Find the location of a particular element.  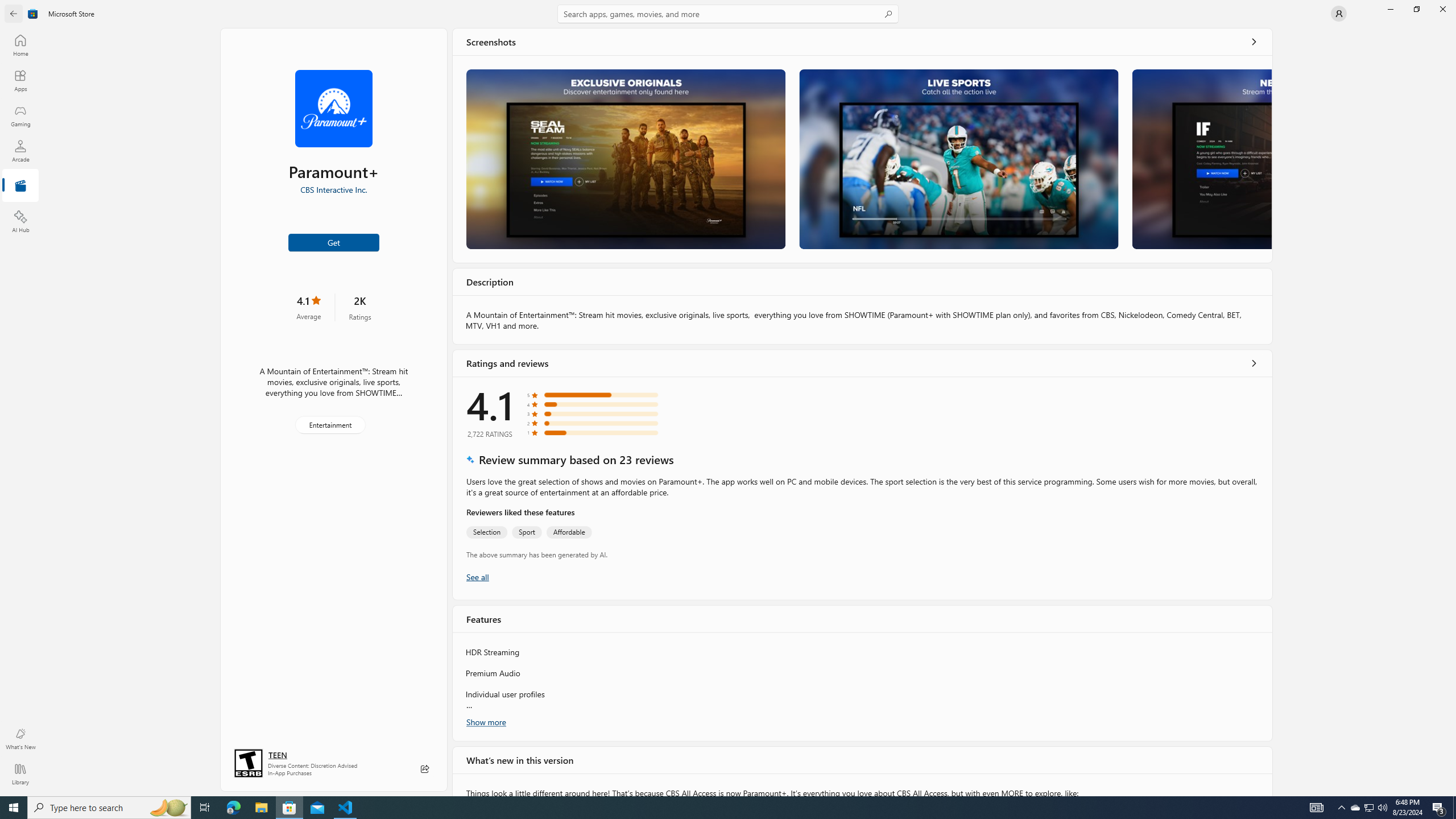

'User profile' is located at coordinates (1338, 13).